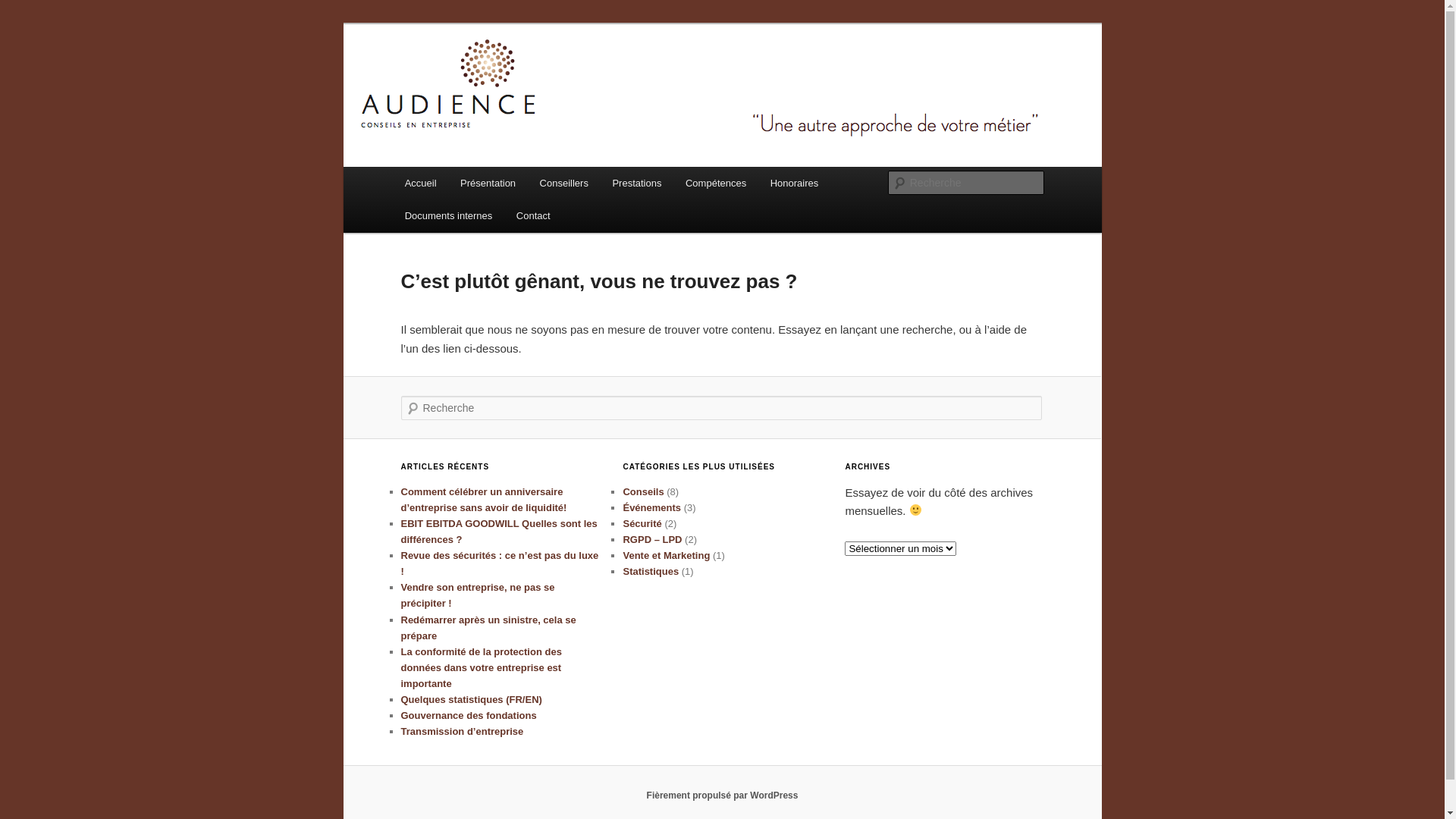 This screenshot has width=1456, height=819. I want to click on 'Audience', so click(450, 79).